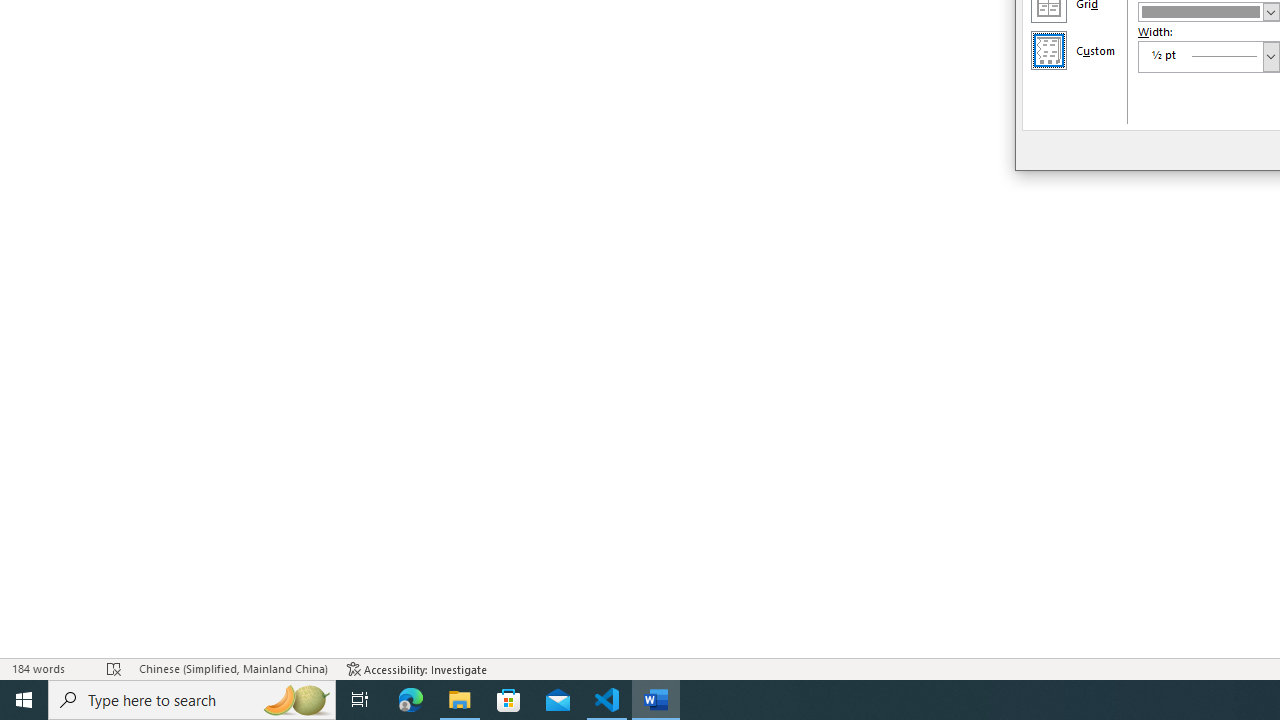 Image resolution: width=1280 pixels, height=720 pixels. Describe the element at coordinates (459, 698) in the screenshot. I see `'File Explorer - 1 running window'` at that location.